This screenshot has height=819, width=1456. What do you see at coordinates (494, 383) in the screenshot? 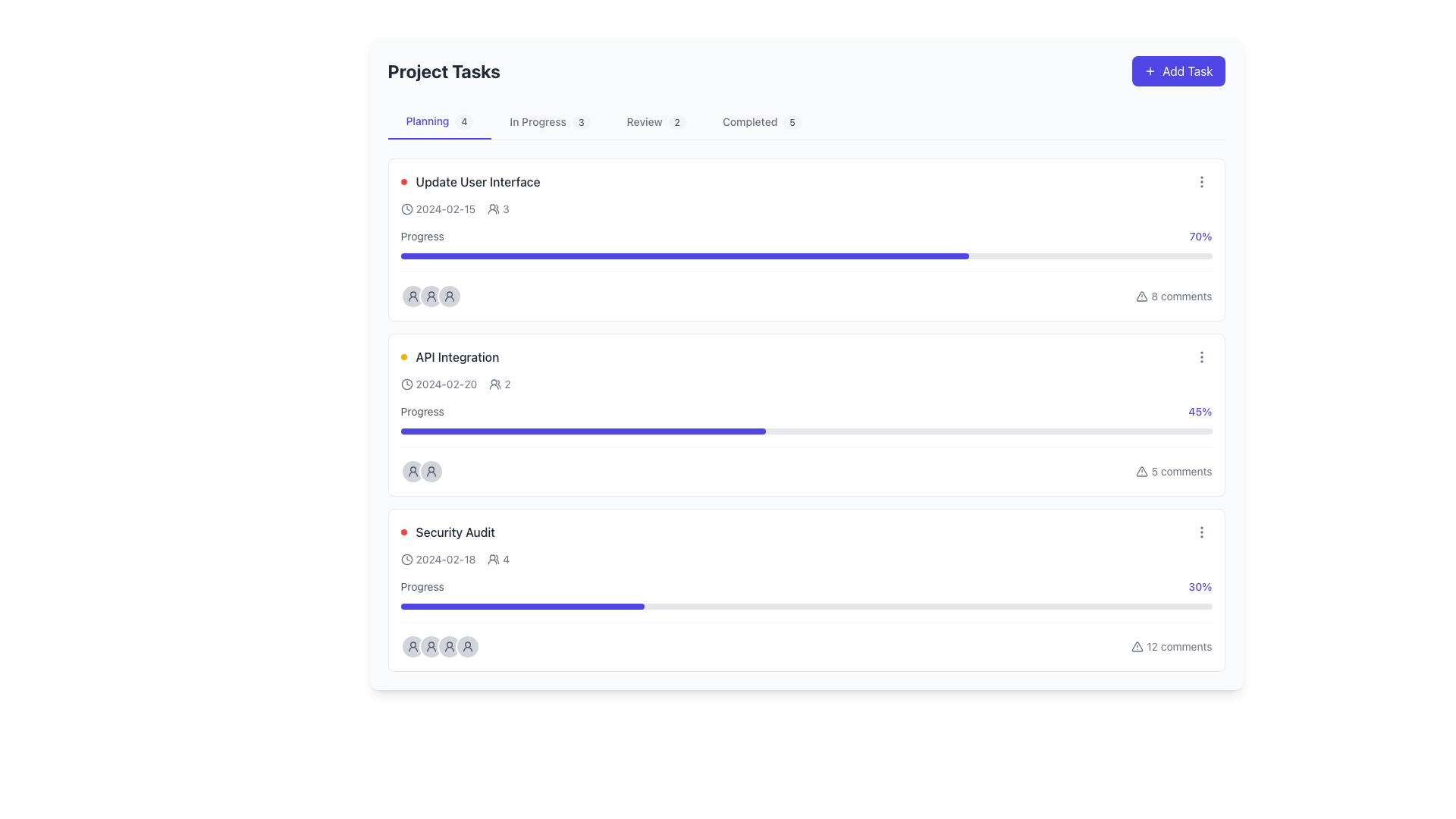
I see `the outlined circular user icon located in the second task card of the 'Planning' section, which is positioned to the left of the numeric indicator '2'` at bounding box center [494, 383].